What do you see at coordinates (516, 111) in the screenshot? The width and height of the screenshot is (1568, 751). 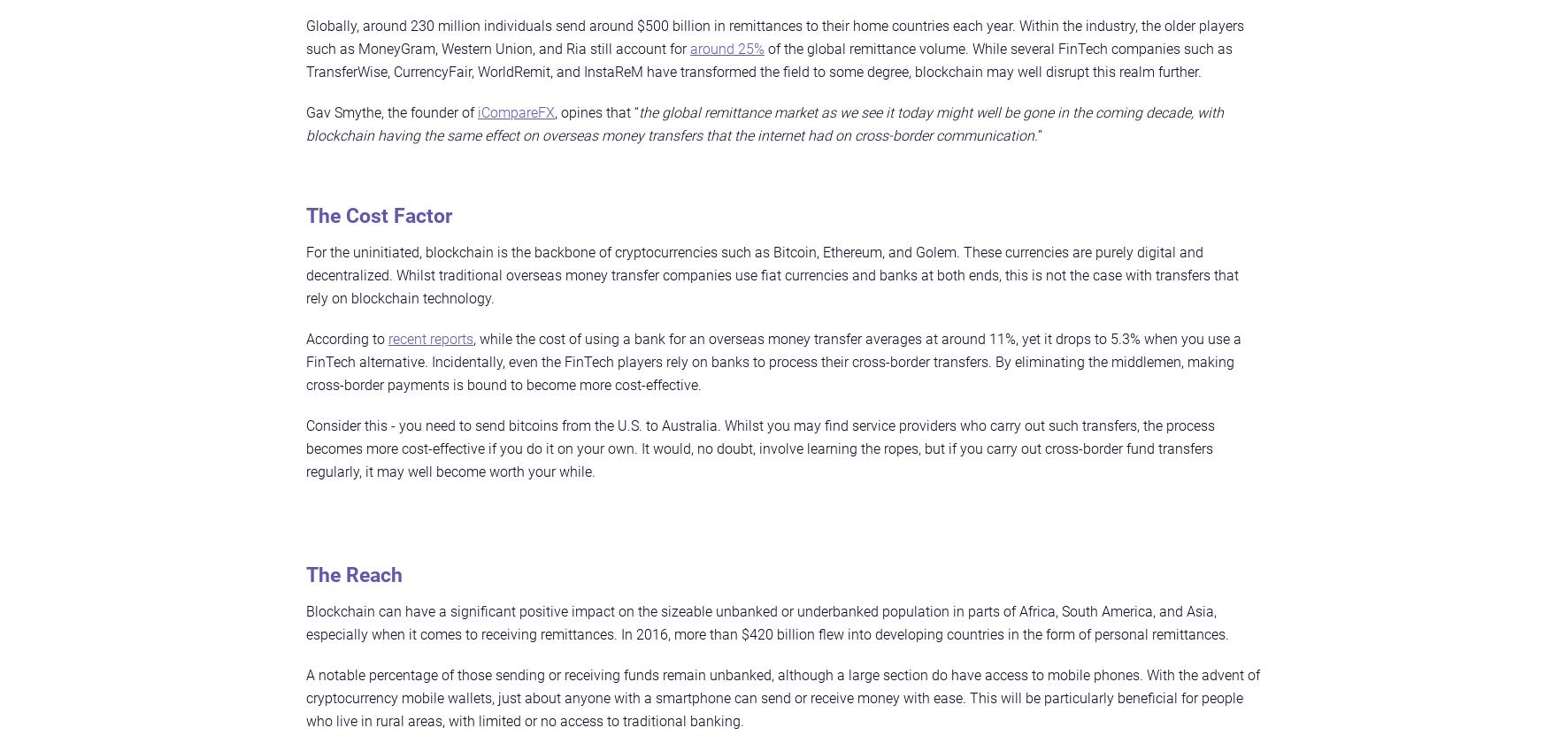 I see `'iCompareFX'` at bounding box center [516, 111].